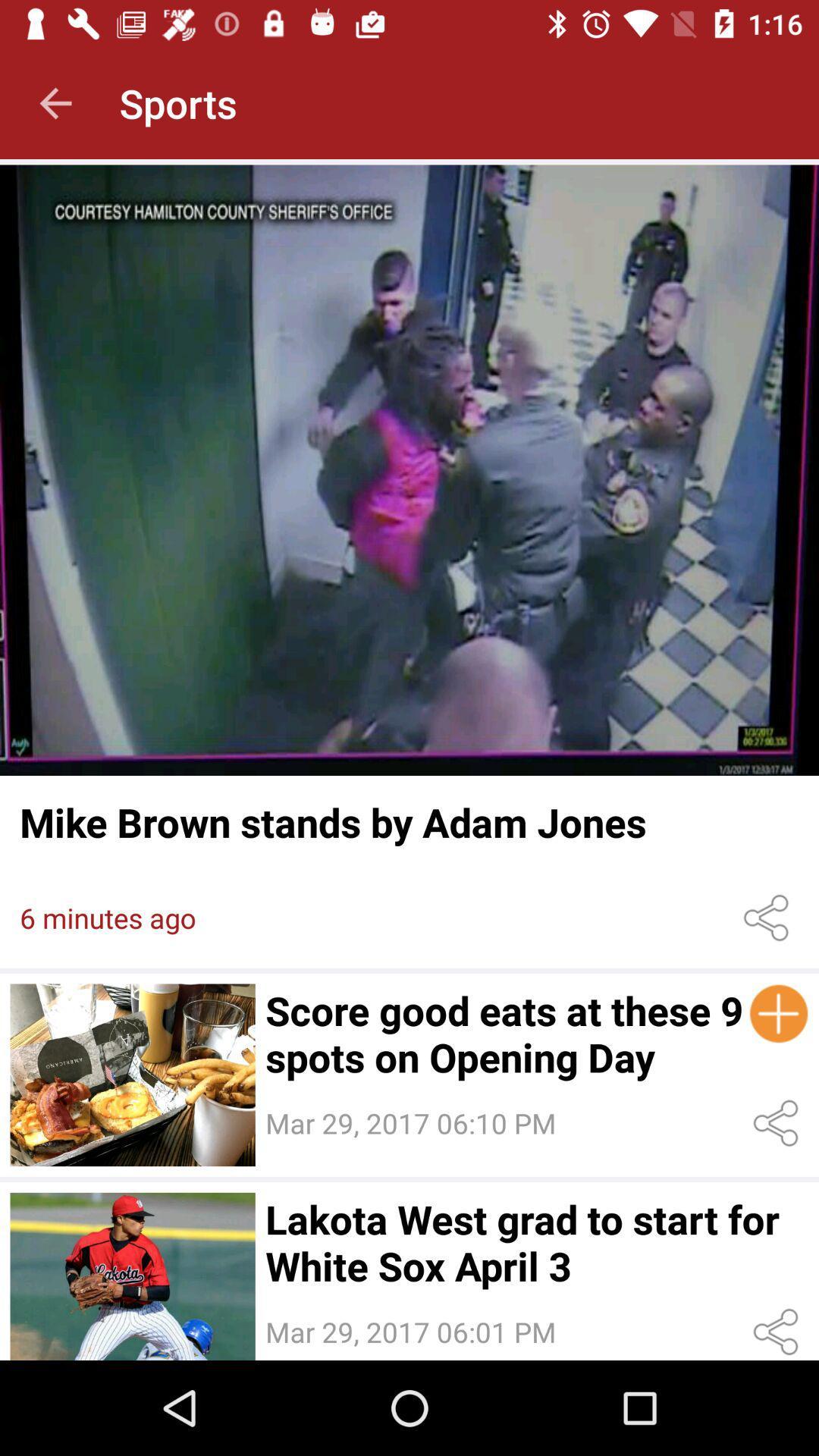 The height and width of the screenshot is (1456, 819). I want to click on share, so click(779, 1123).